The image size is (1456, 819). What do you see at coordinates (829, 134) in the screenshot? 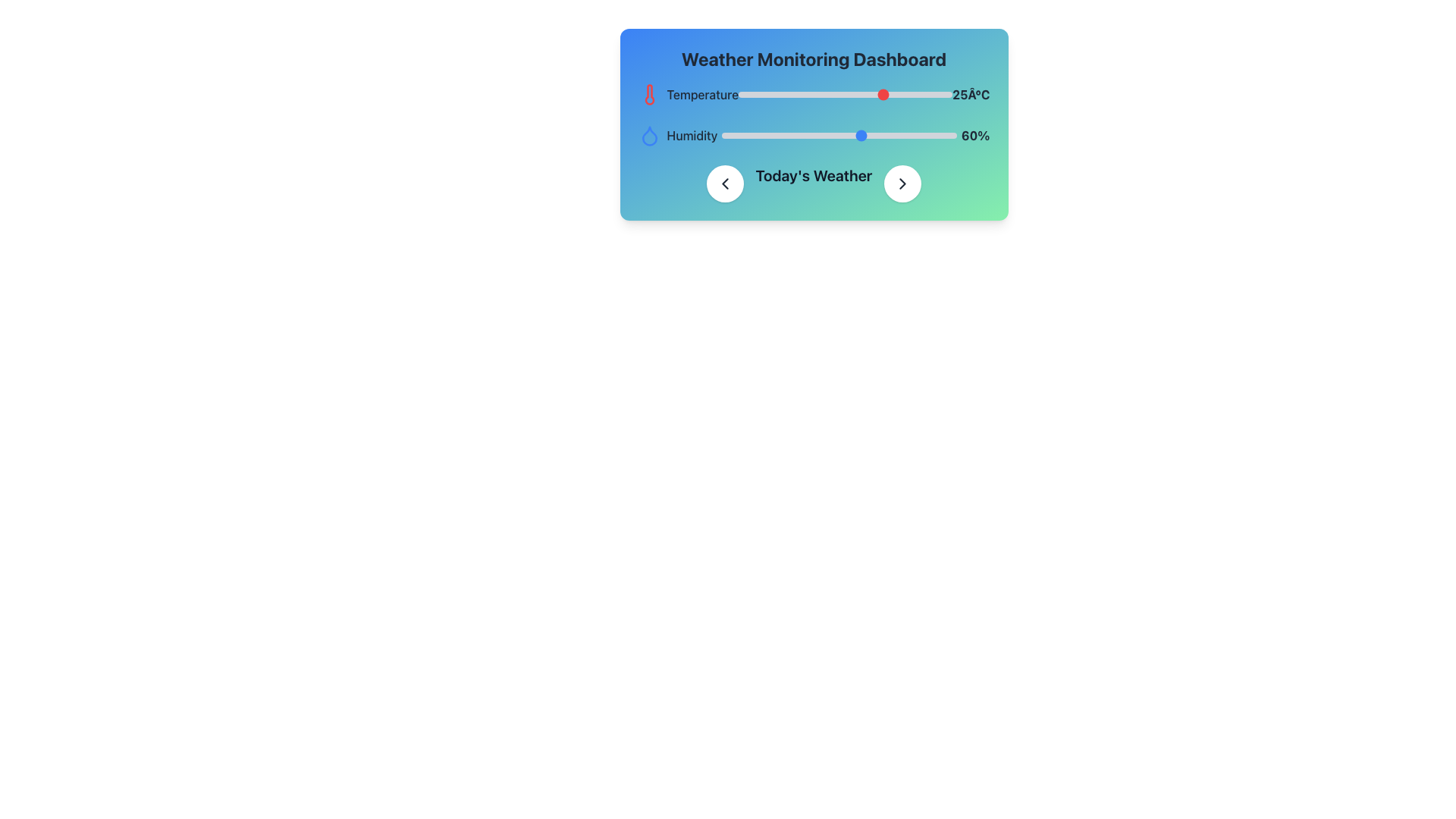
I see `humidity` at bounding box center [829, 134].